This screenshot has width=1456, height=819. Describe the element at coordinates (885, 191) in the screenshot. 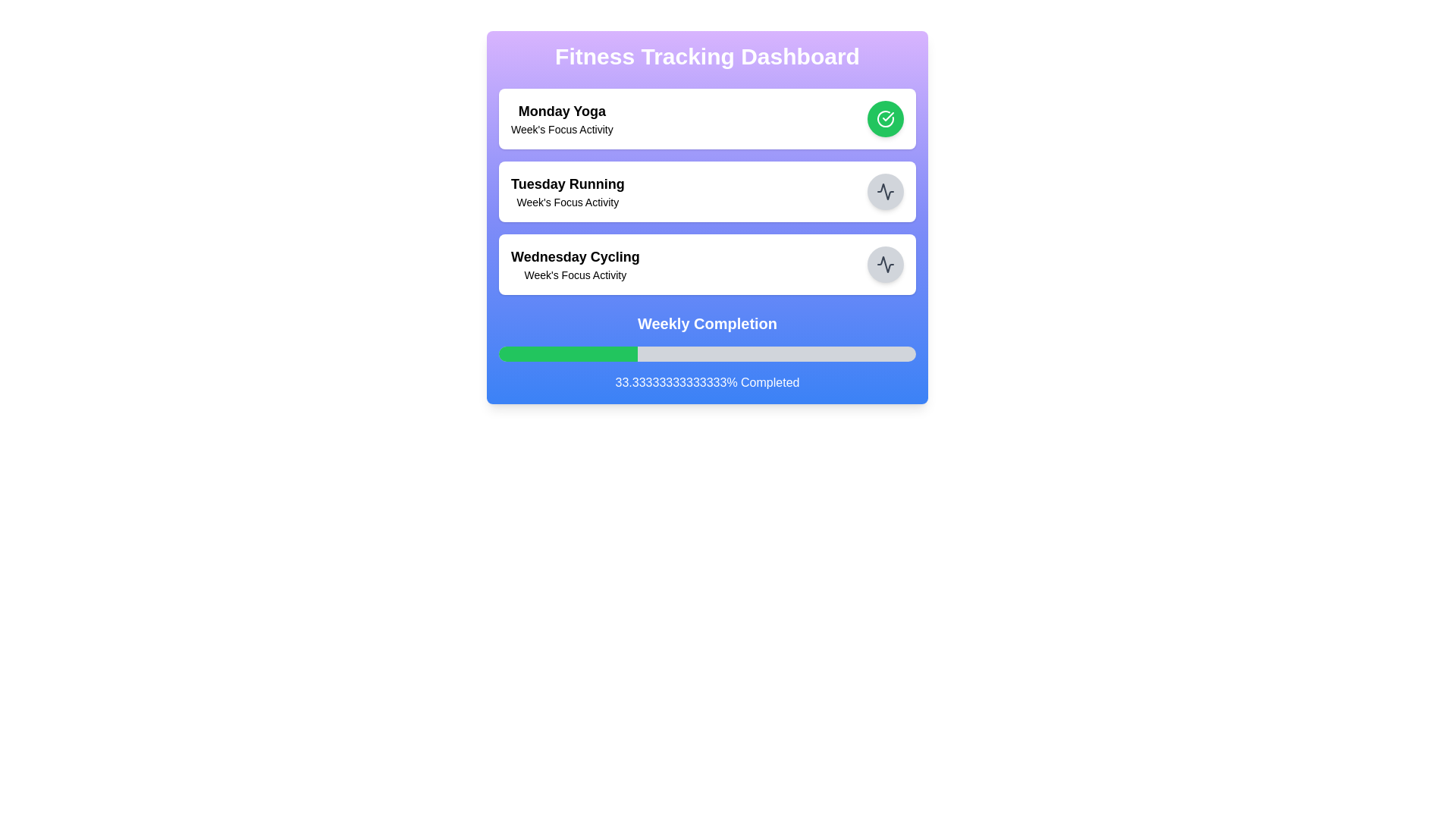

I see `the interactive button located at the right end of the 'Tuesday Running' card` at that location.